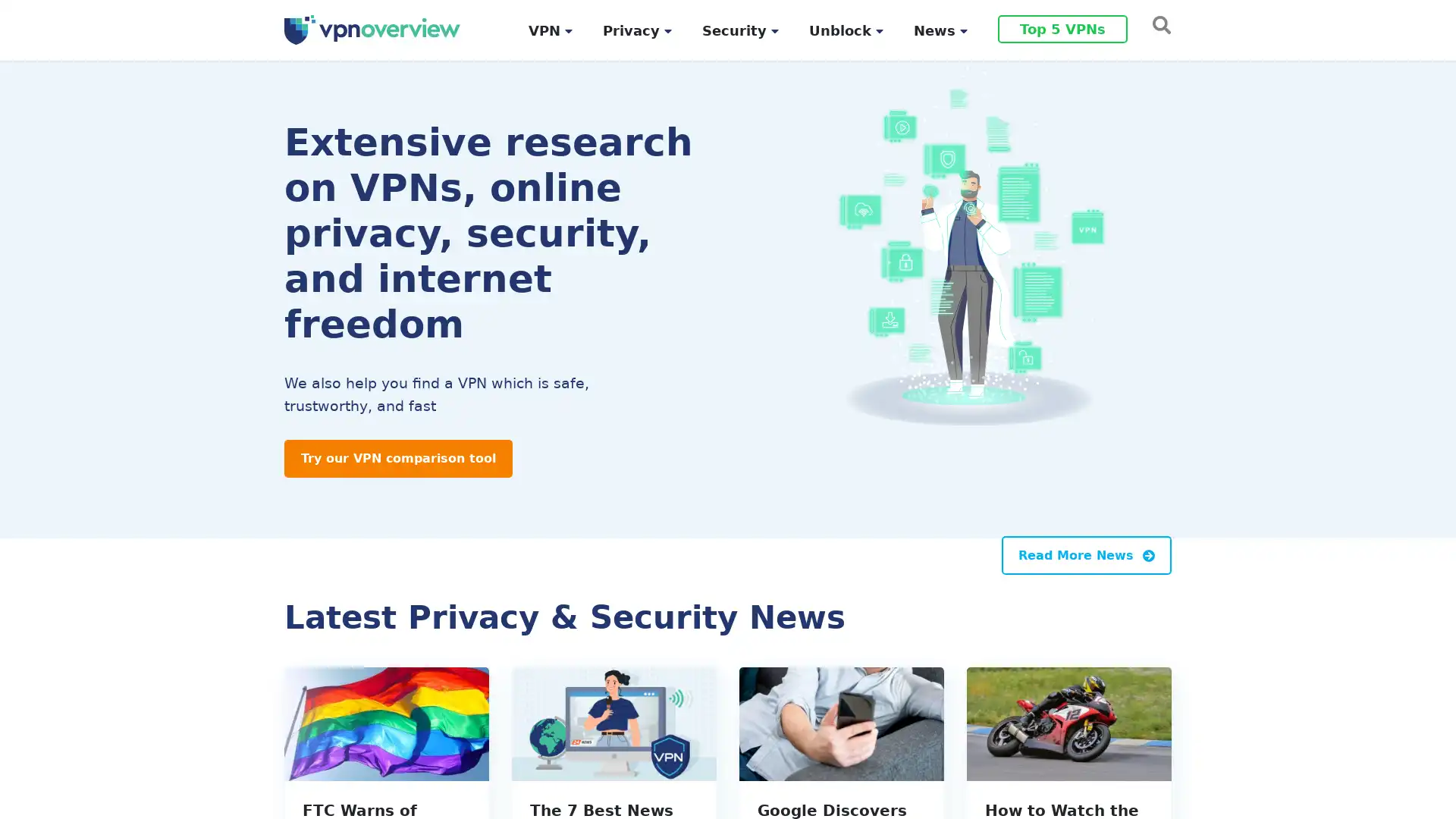 The image size is (1456, 819). I want to click on Search, so click(1156, 24).